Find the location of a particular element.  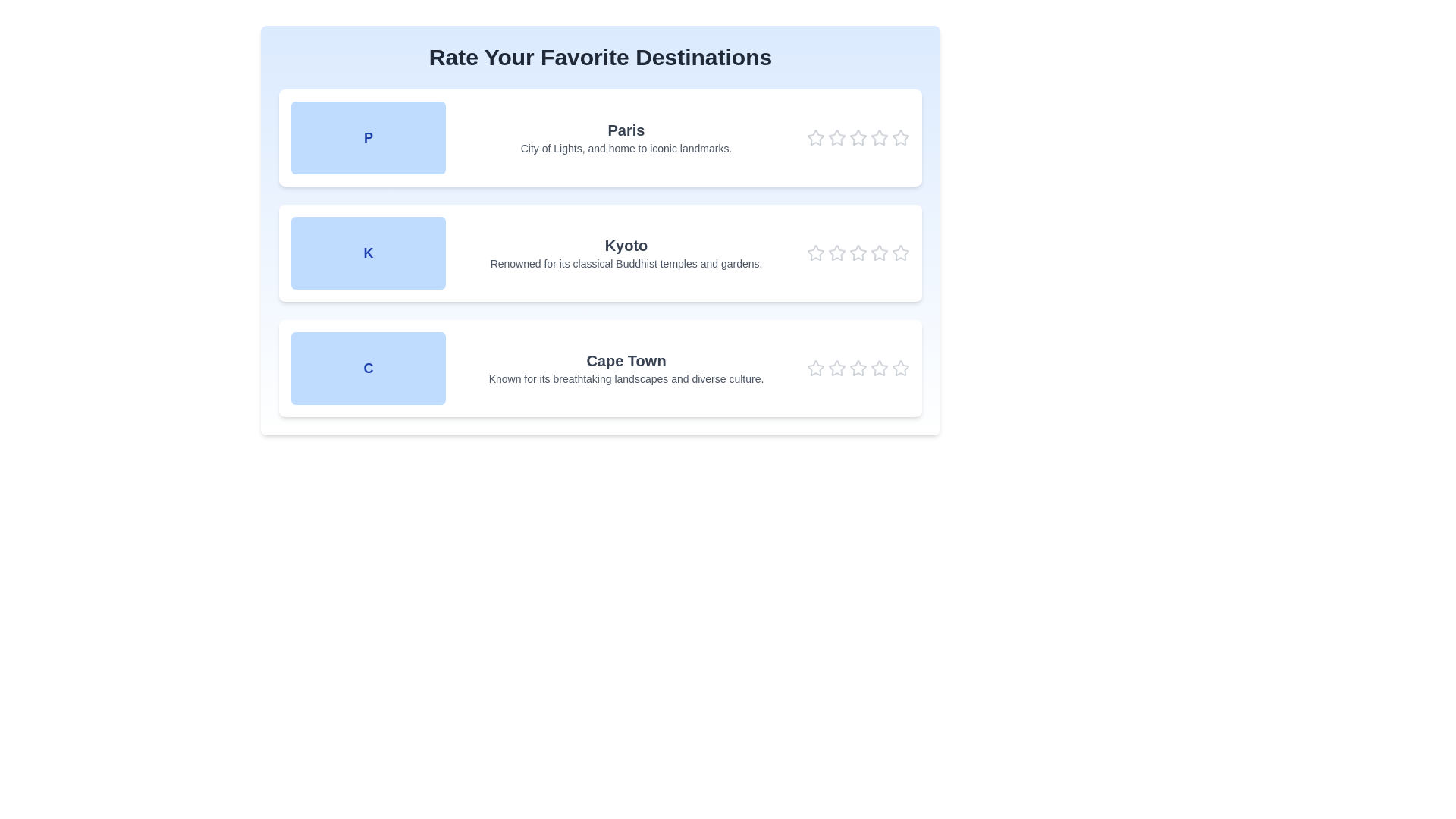

the fifth unfilled star icon in the rating system for the 'Cape Town' section to assign a rating is located at coordinates (878, 368).